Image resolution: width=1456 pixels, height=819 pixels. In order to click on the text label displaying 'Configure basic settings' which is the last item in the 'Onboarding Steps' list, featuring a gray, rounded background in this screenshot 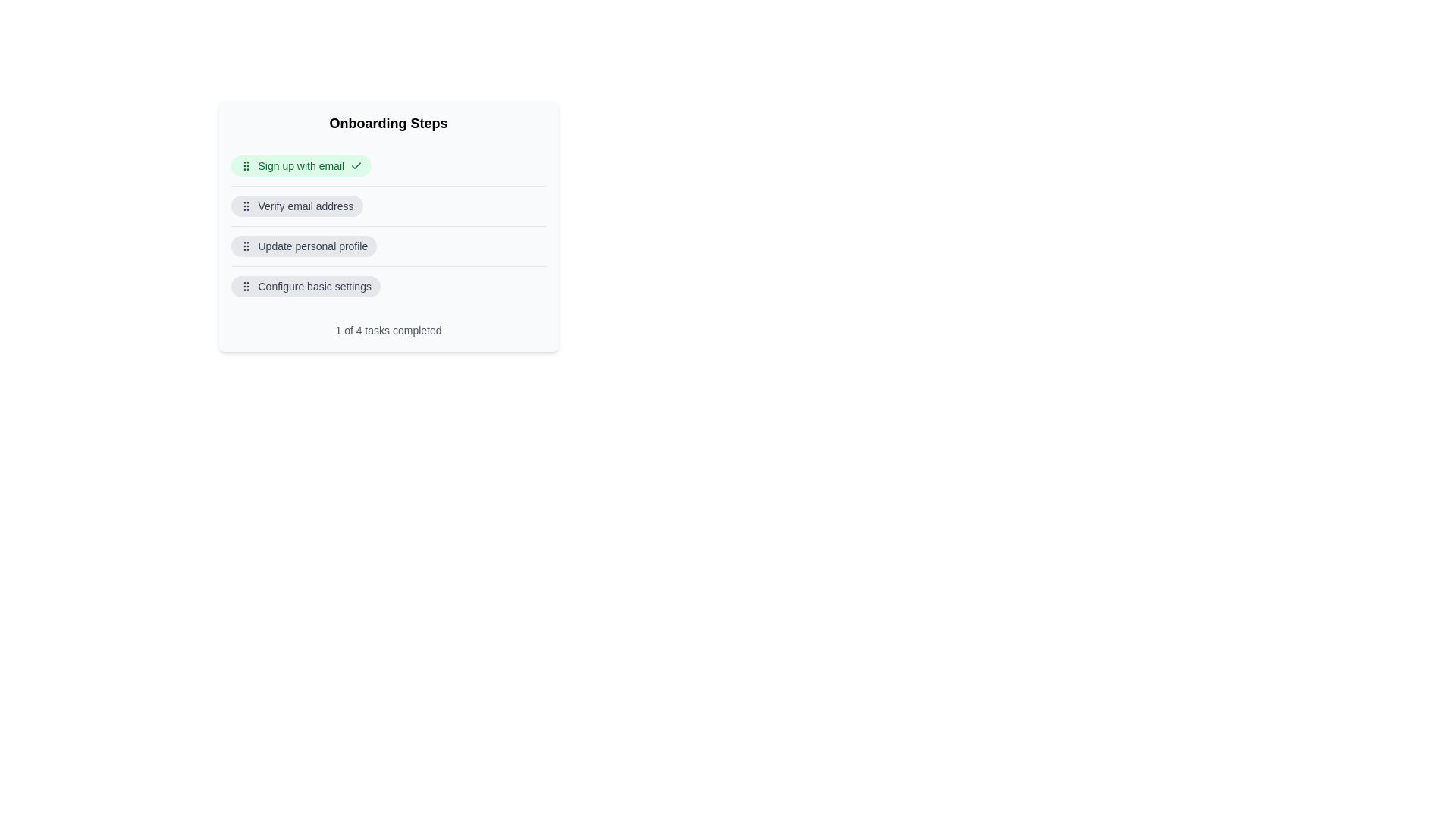, I will do `click(314, 287)`.